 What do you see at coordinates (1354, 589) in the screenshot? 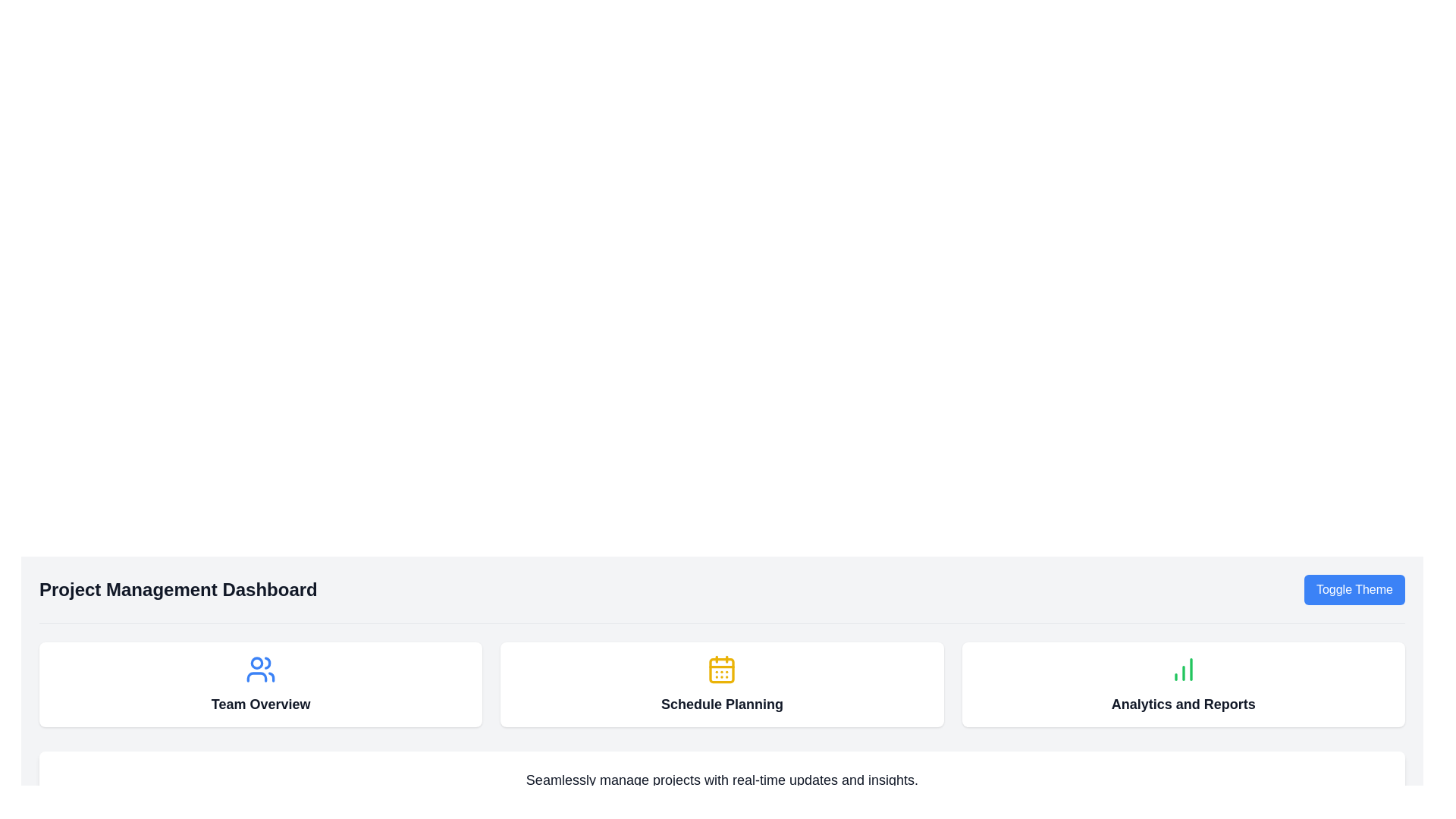
I see `the 'Toggle Theme' button located on the right side of the header section to change the theme of the interface` at bounding box center [1354, 589].